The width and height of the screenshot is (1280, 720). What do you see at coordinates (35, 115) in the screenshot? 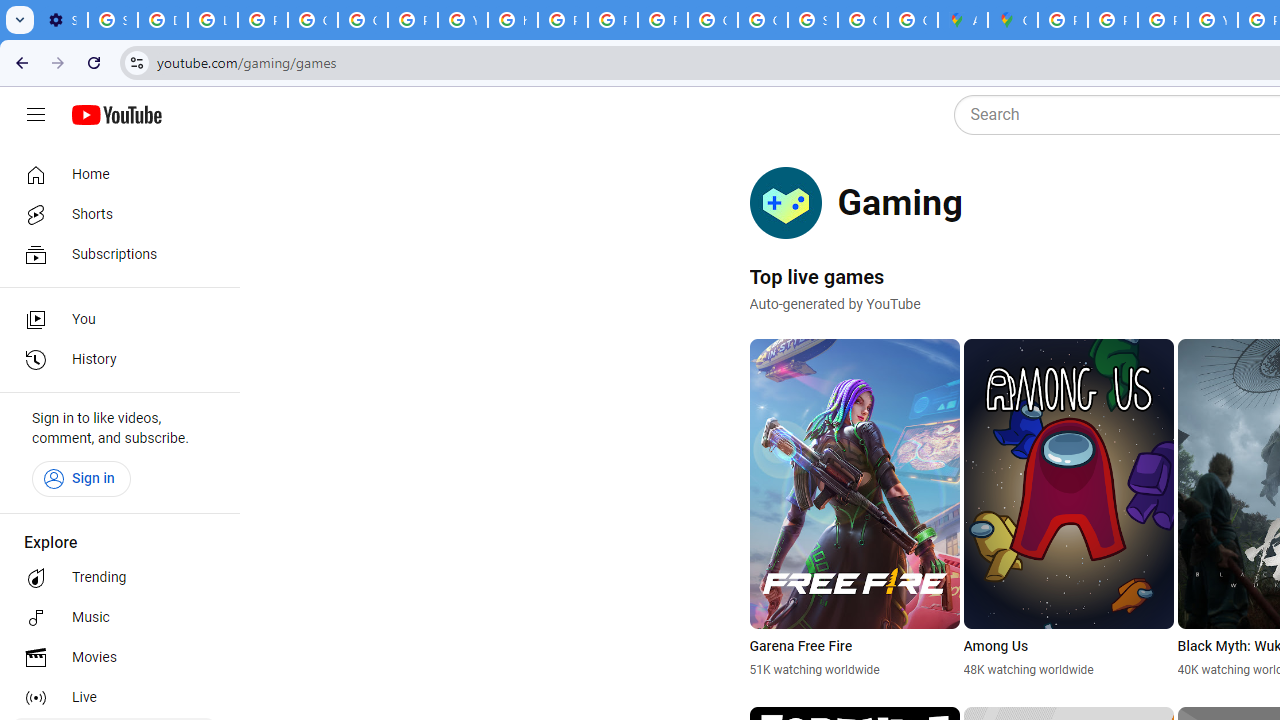
I see `'Guide'` at bounding box center [35, 115].